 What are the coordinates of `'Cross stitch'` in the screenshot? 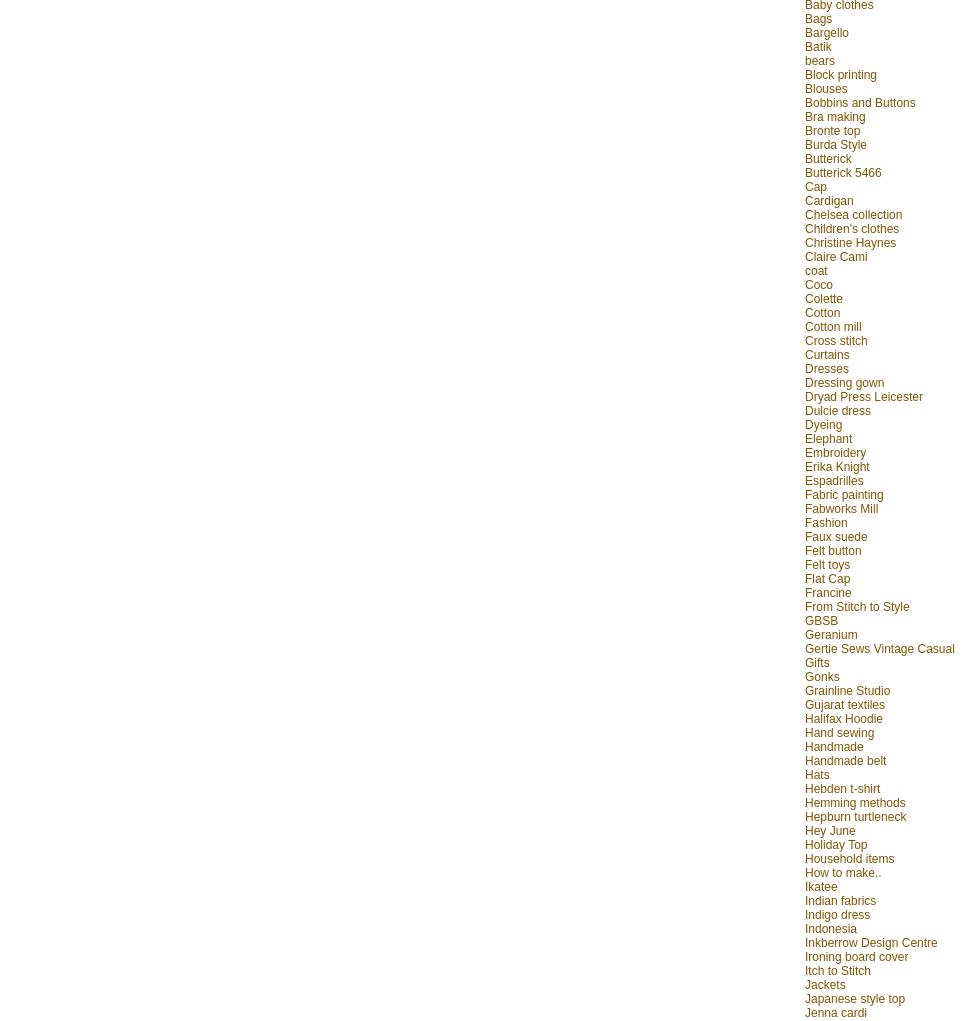 It's located at (804, 338).